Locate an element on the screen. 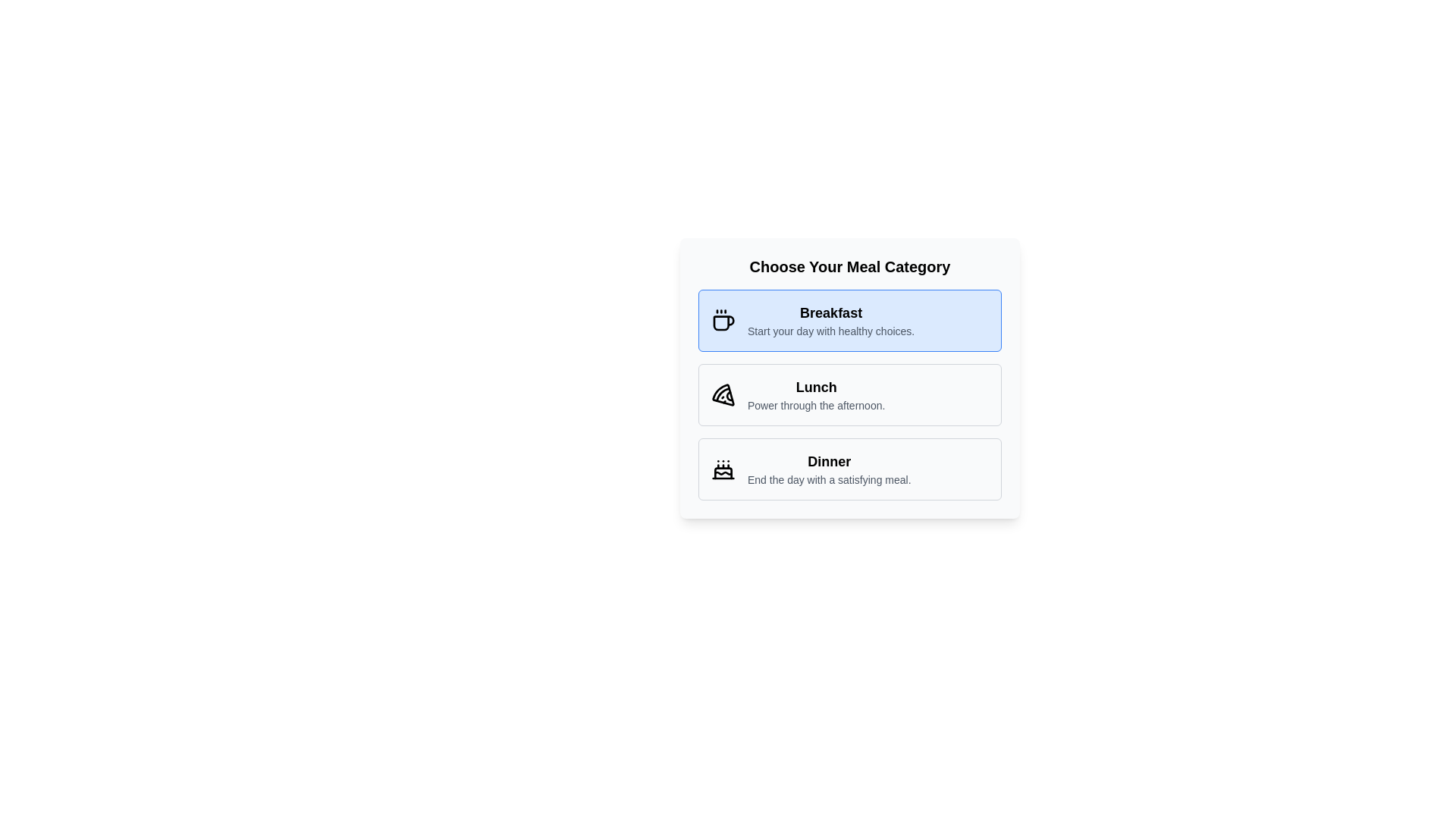 The image size is (1456, 819). the descriptive text label related to the 'Breakfast' category in the meal selection interface, which is positioned directly below the 'Breakfast' text is located at coordinates (830, 330).